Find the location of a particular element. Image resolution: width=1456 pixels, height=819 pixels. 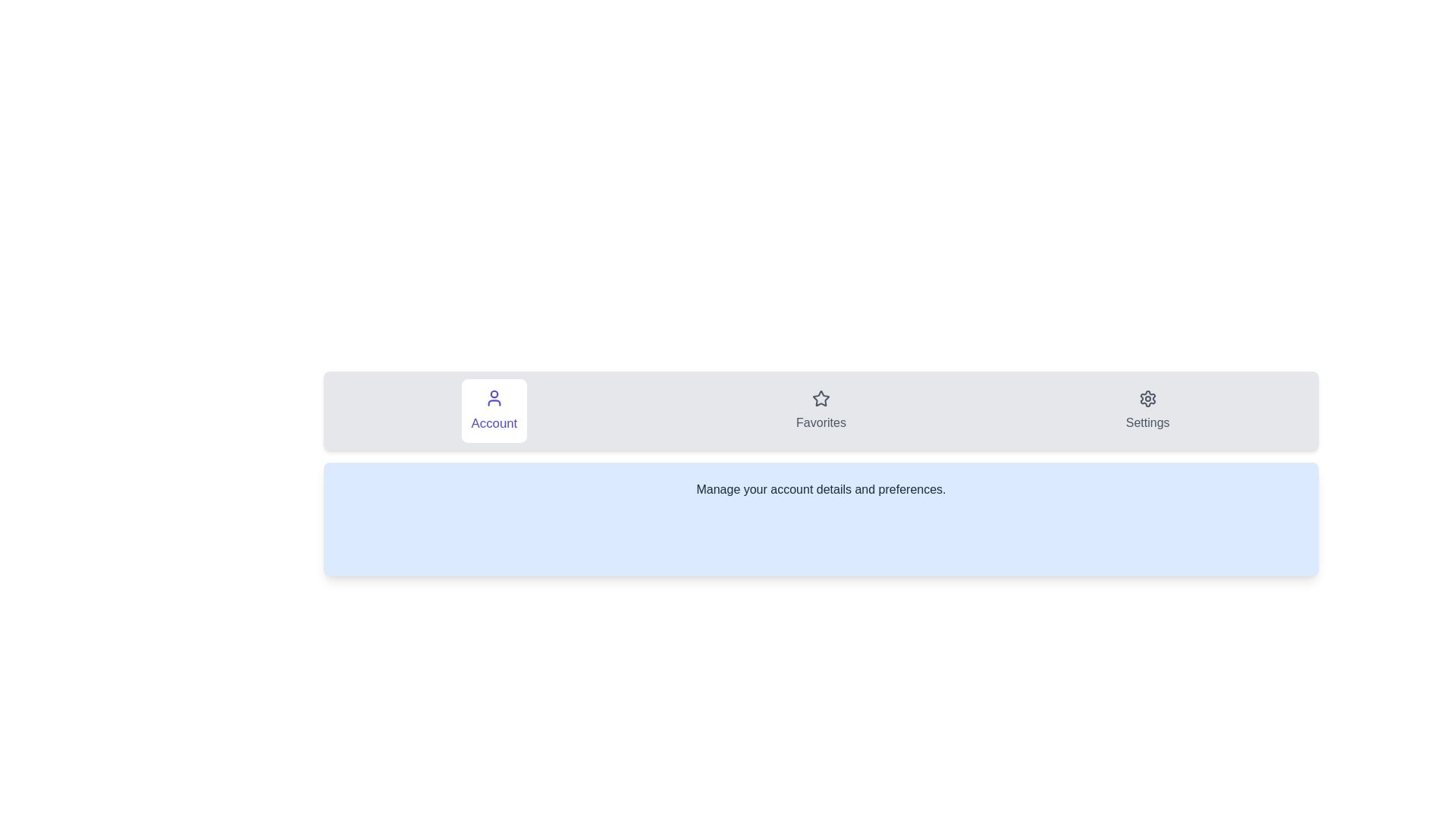

the Favorites tab by clicking on its button is located at coordinates (821, 411).